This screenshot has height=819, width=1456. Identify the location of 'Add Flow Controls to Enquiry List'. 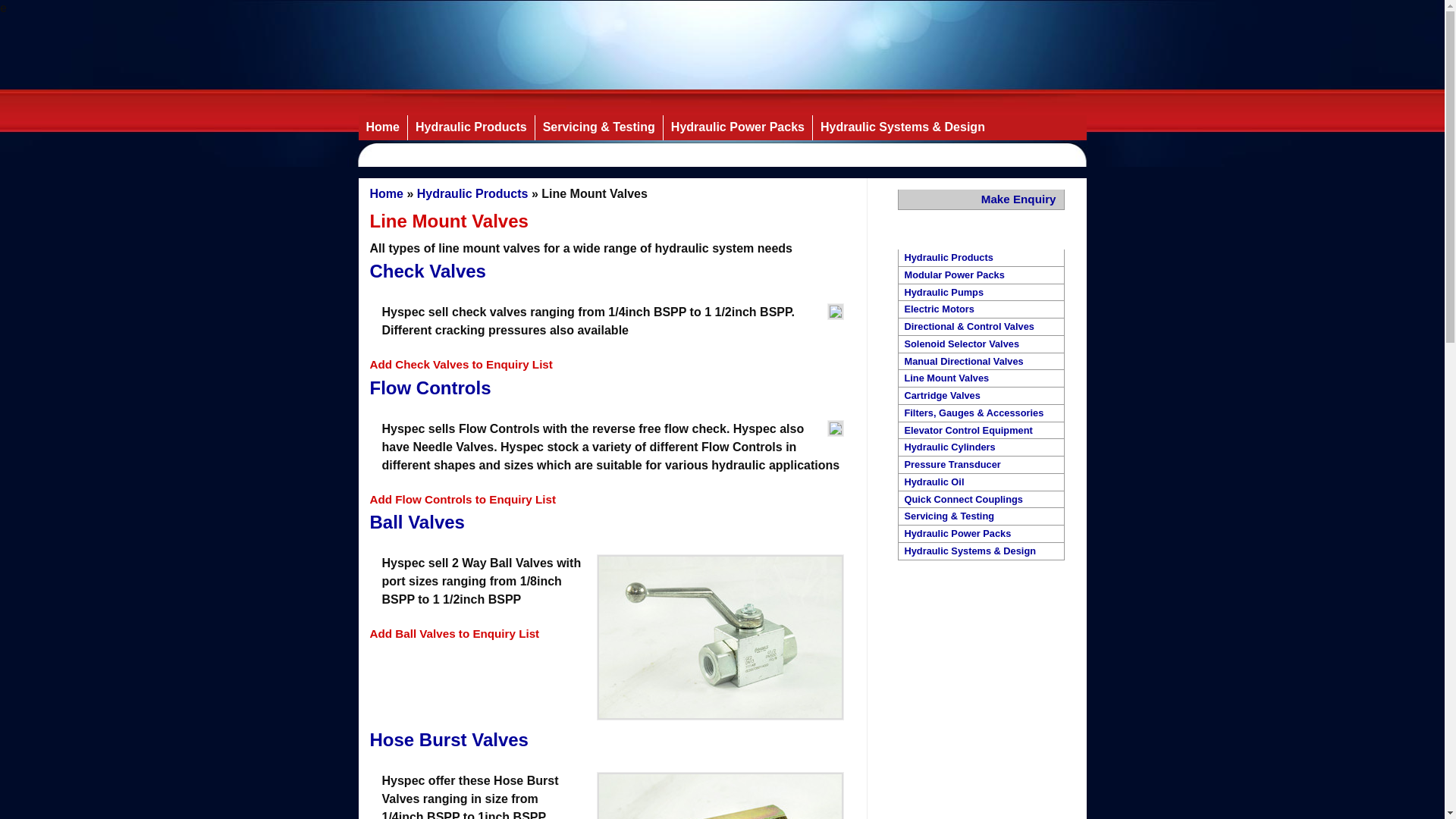
(462, 499).